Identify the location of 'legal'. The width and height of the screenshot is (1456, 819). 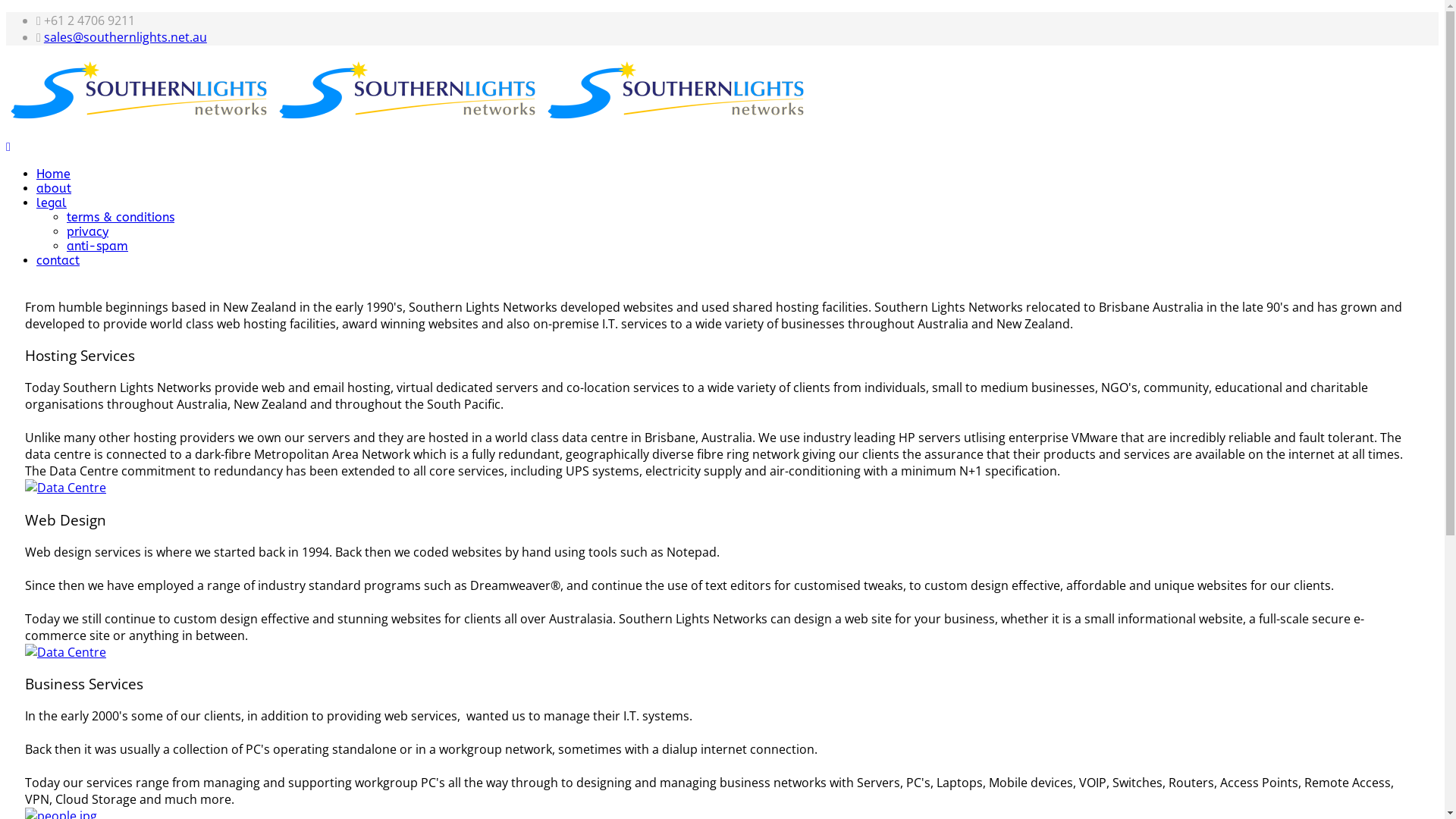
(51, 202).